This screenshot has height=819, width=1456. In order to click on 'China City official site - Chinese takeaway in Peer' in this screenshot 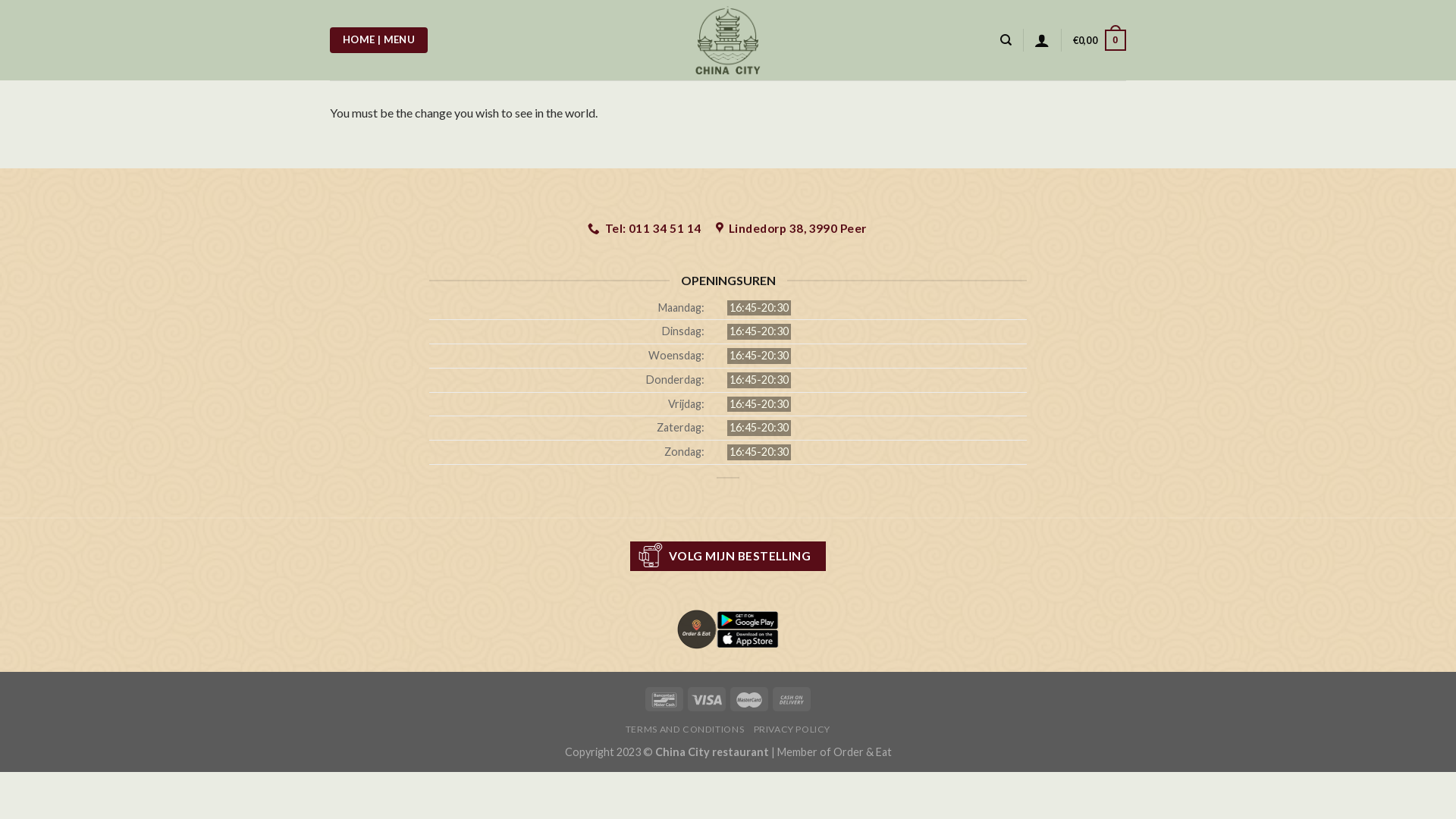, I will do `click(668, 39)`.